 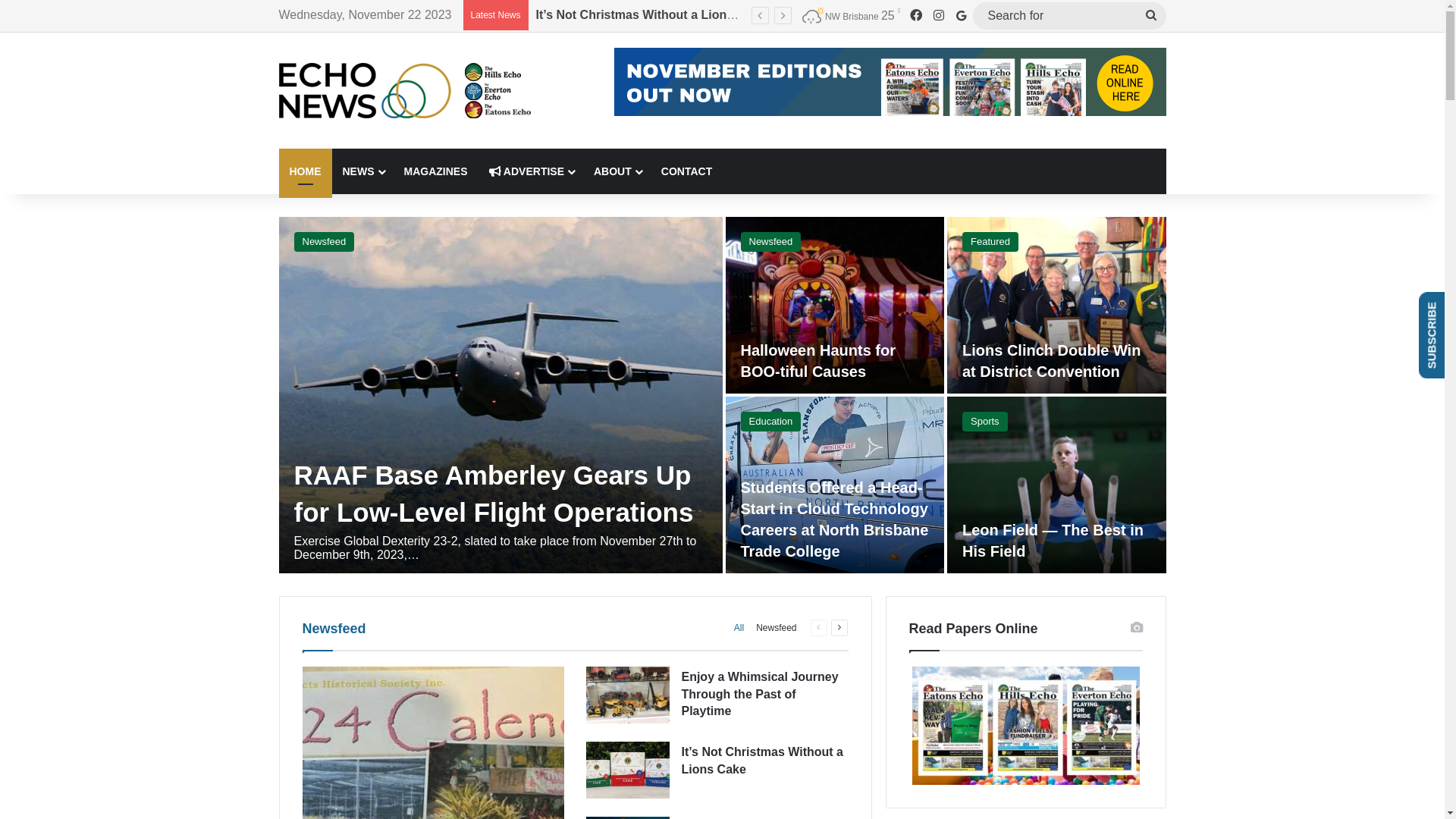 I want to click on 'ABOUT', so click(x=582, y=171).